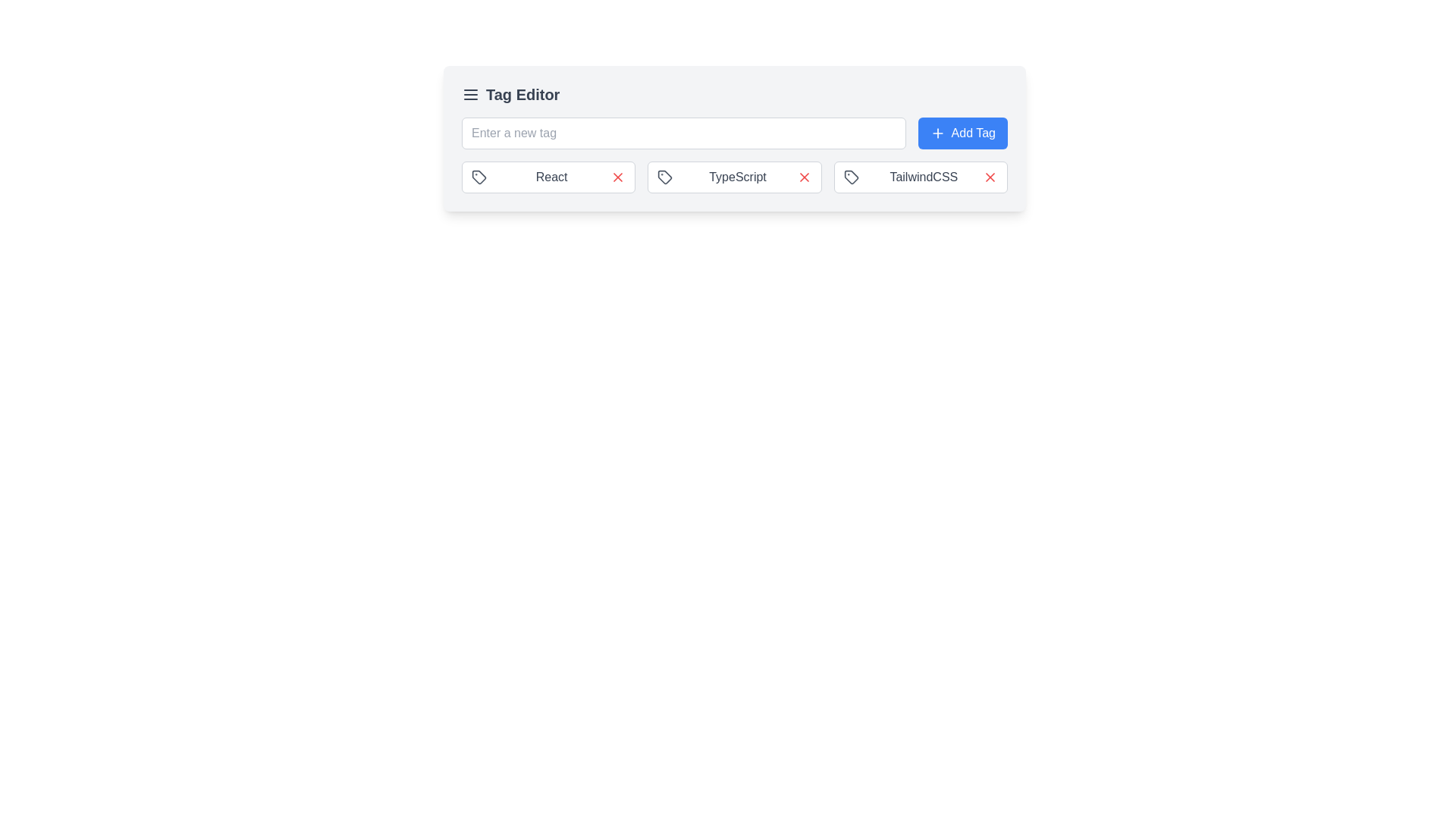 Image resolution: width=1456 pixels, height=819 pixels. I want to click on the informational icon for the 'TailwindCSS' tag, which is positioned to the left of the text 'TailwindCSS', so click(851, 177).